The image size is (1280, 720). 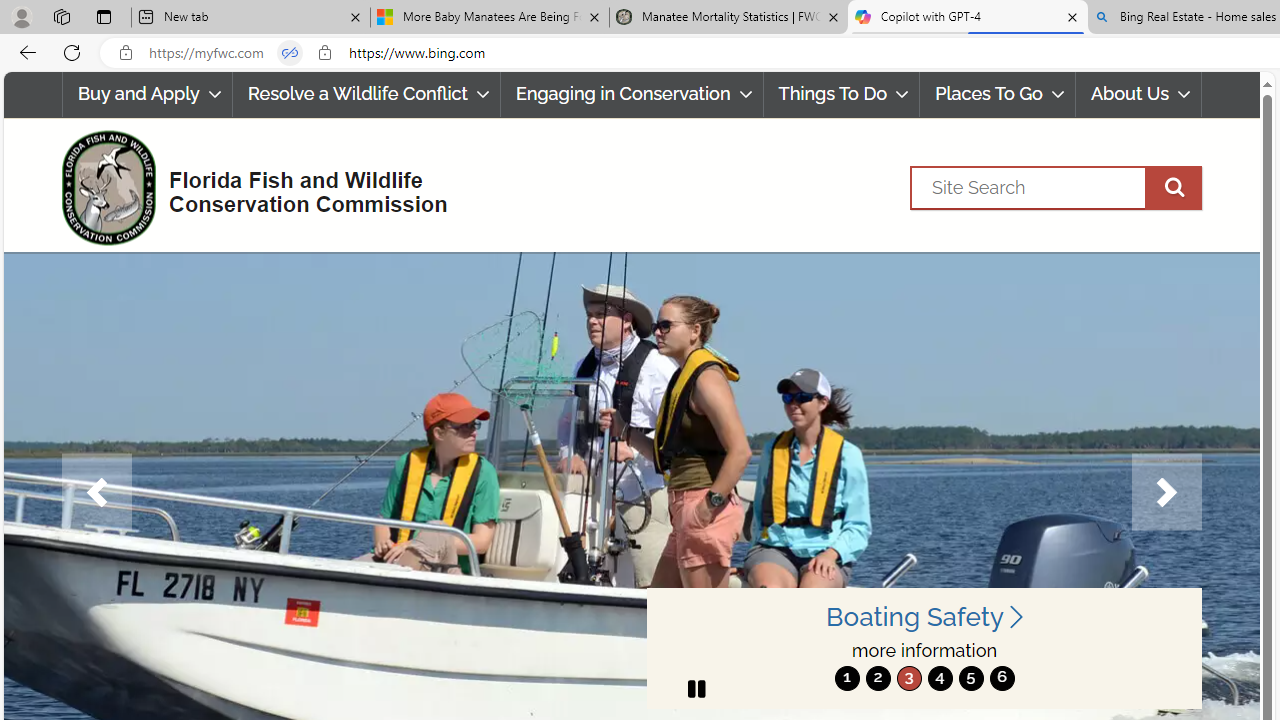 What do you see at coordinates (146, 94) in the screenshot?
I see `'Buy and Apply'` at bounding box center [146, 94].